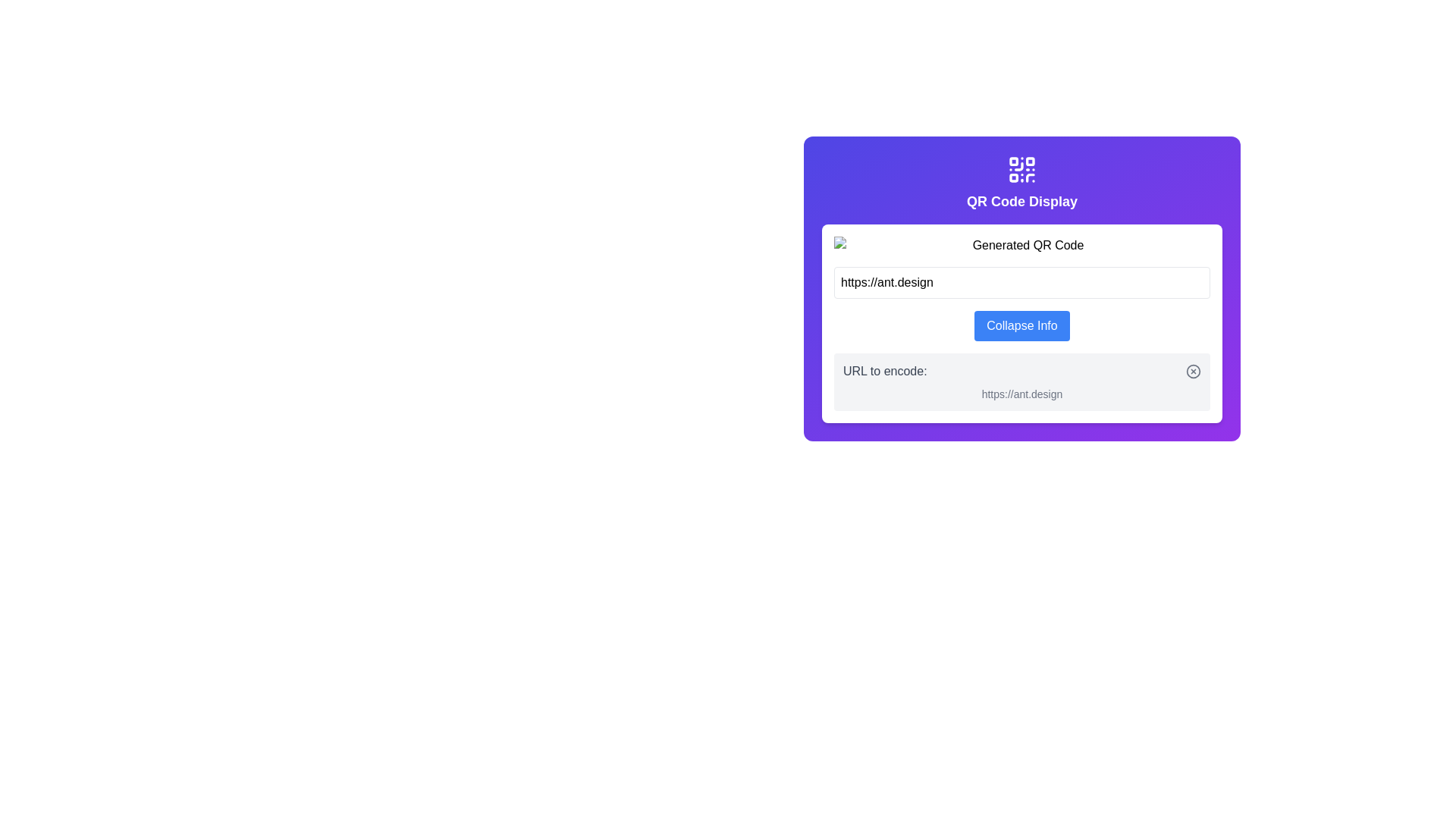 This screenshot has height=819, width=1456. I want to click on the blue rectangular button labeled 'Collapse Info', so click(1022, 325).